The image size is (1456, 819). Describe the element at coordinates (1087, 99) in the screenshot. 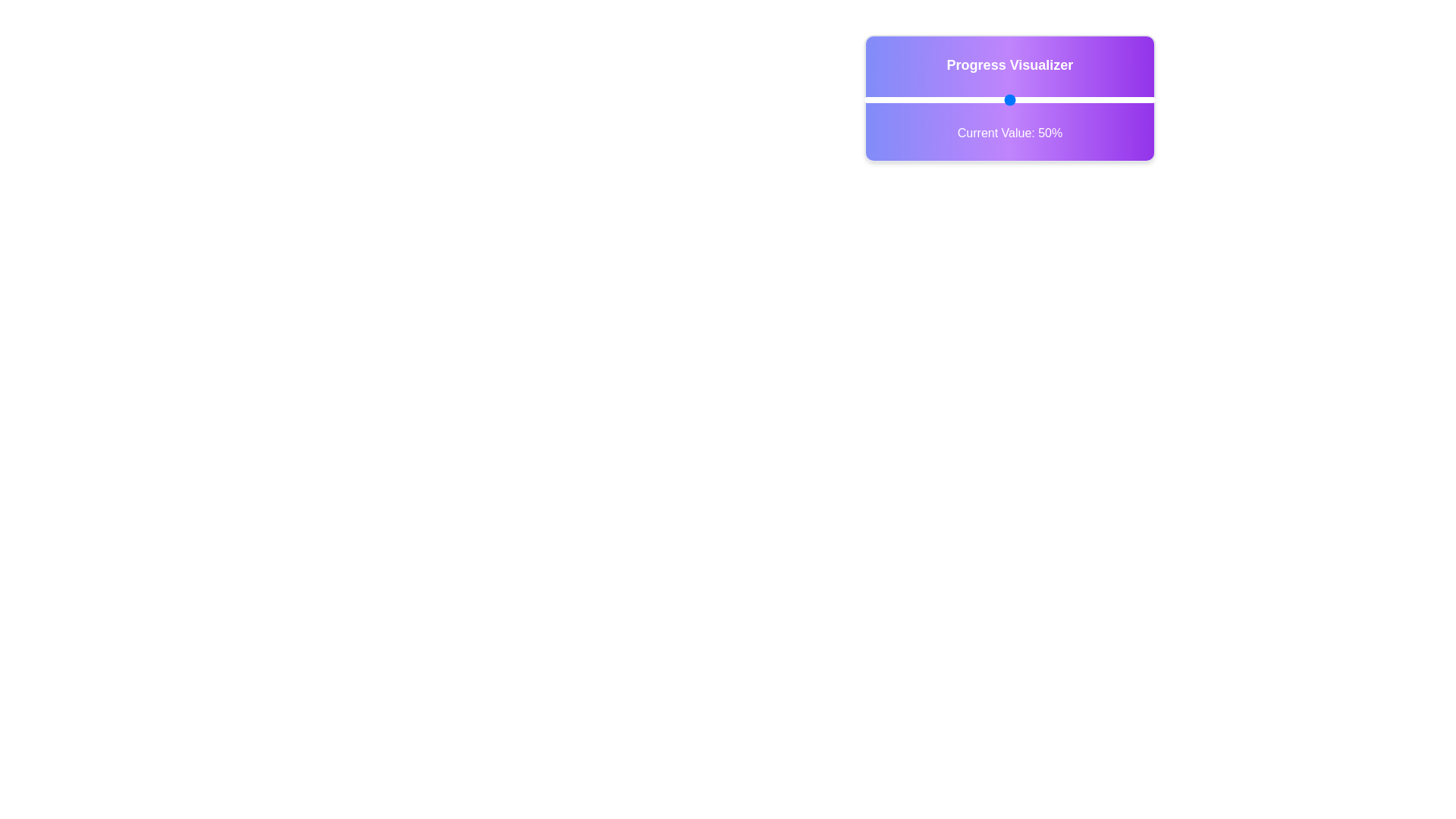

I see `the slider to set the progress value to 77` at that location.